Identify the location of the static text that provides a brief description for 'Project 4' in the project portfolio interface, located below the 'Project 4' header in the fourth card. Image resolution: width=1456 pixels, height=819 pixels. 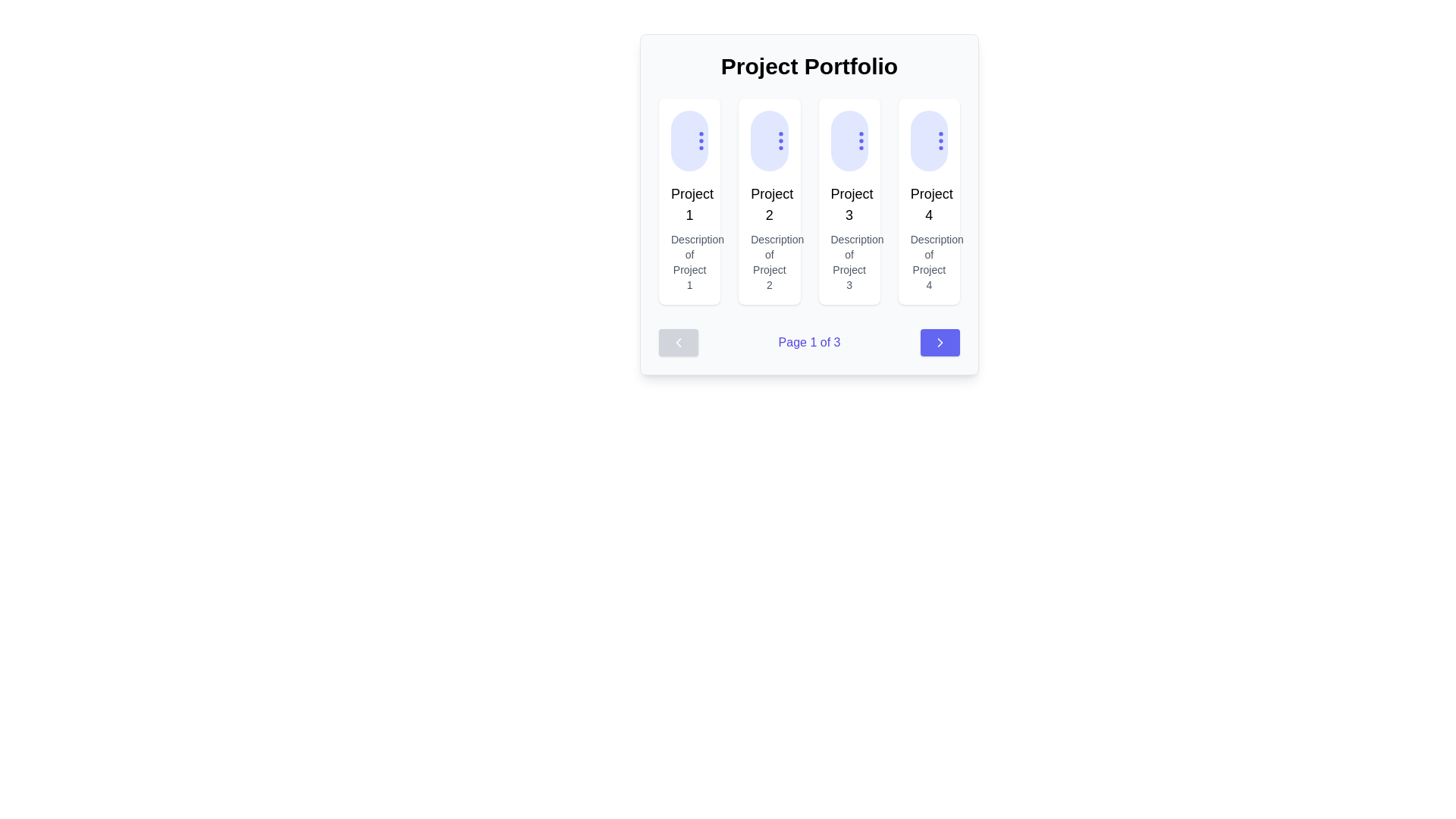
(928, 262).